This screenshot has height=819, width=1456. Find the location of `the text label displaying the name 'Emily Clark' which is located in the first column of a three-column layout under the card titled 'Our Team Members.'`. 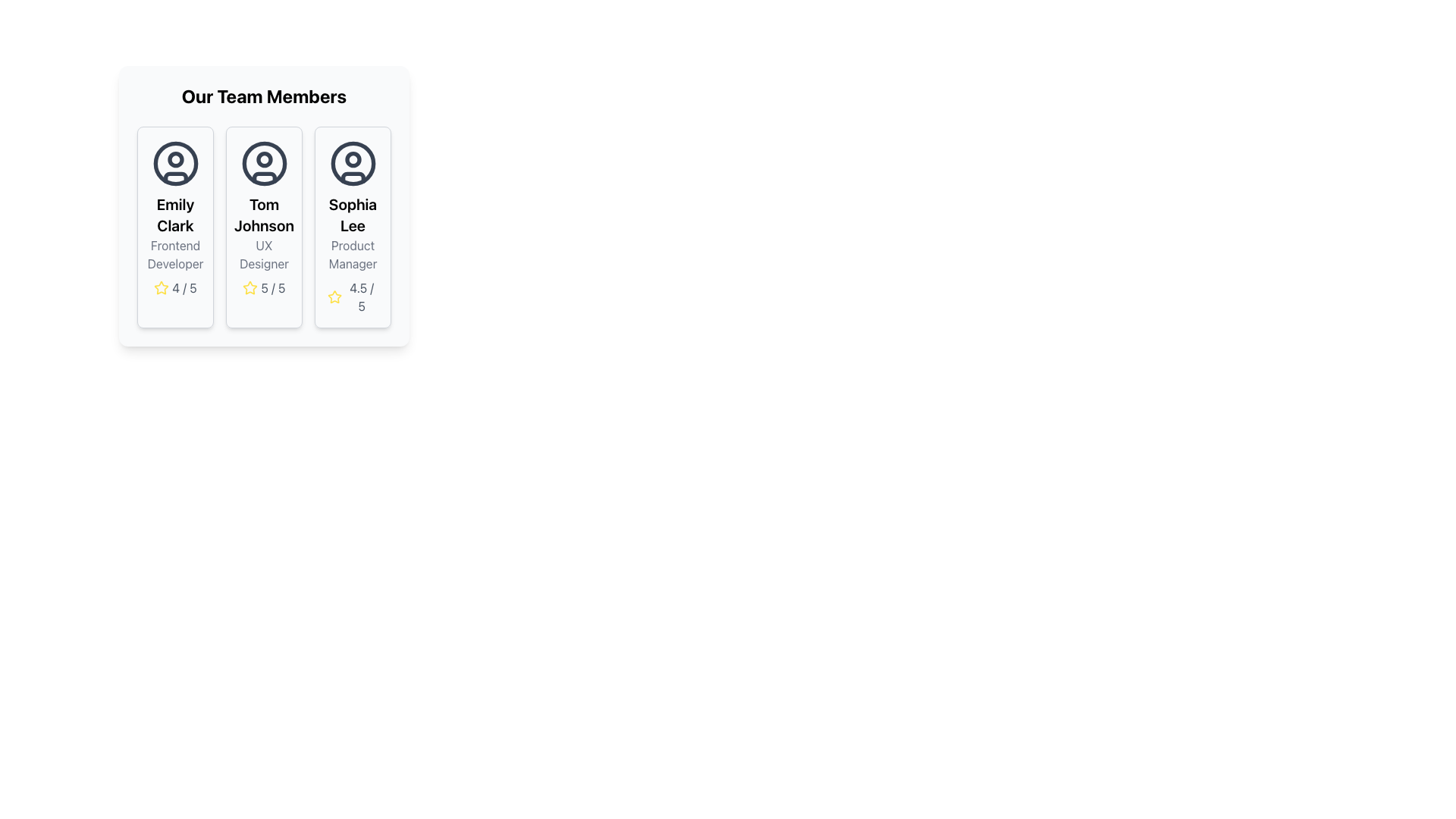

the text label displaying the name 'Emily Clark' which is located in the first column of a three-column layout under the card titled 'Our Team Members.' is located at coordinates (175, 215).